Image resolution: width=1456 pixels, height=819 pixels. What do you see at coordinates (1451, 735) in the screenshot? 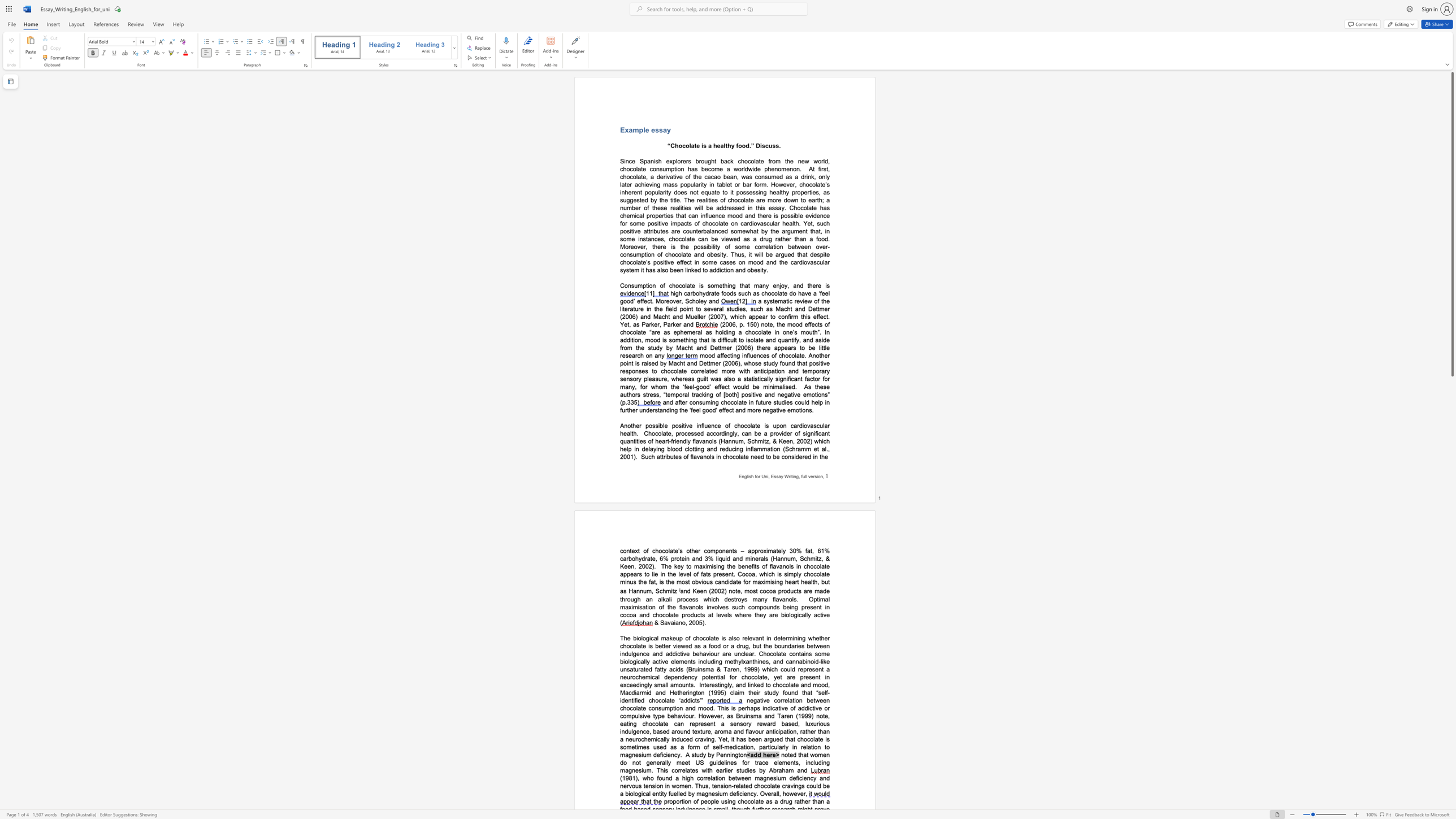
I see `the scrollbar to slide the page down` at bounding box center [1451, 735].